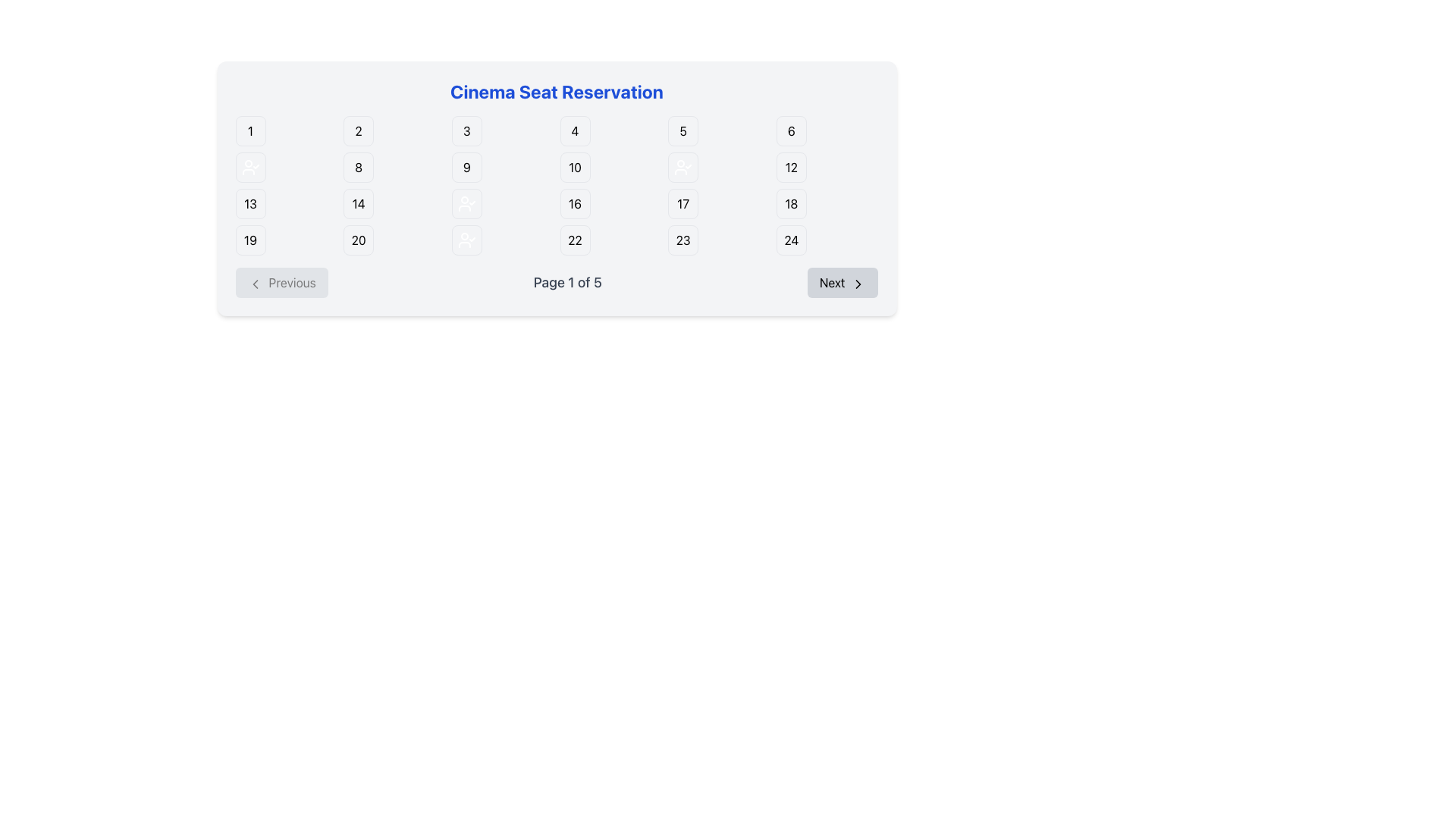 The image size is (1456, 819). What do you see at coordinates (358, 167) in the screenshot?
I see `the static label indicating Seat 8 in the cinema reservation layout, located in the second row and second column of the grid` at bounding box center [358, 167].